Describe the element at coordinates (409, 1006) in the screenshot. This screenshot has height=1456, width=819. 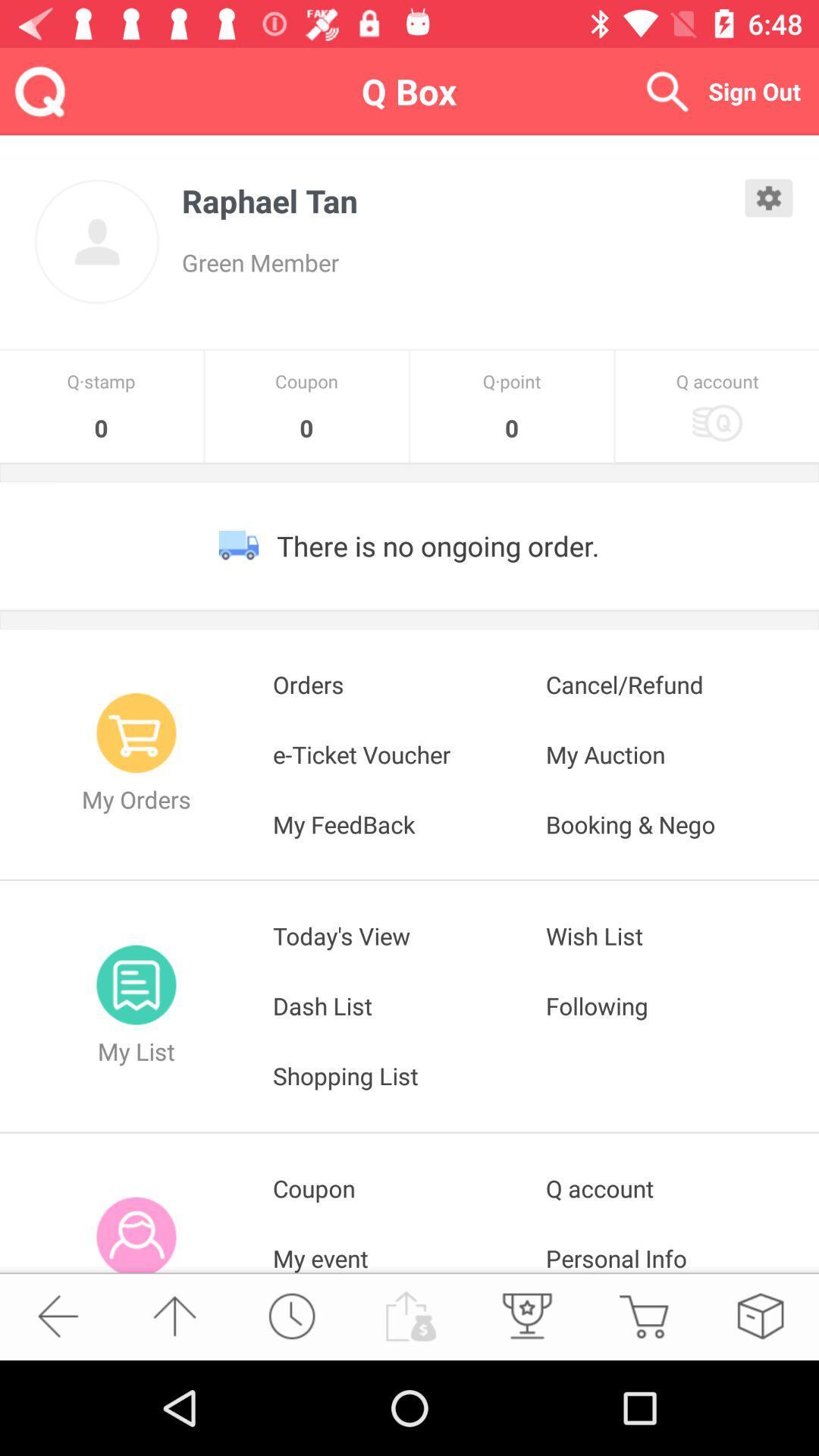
I see `item next to the my list icon` at that location.